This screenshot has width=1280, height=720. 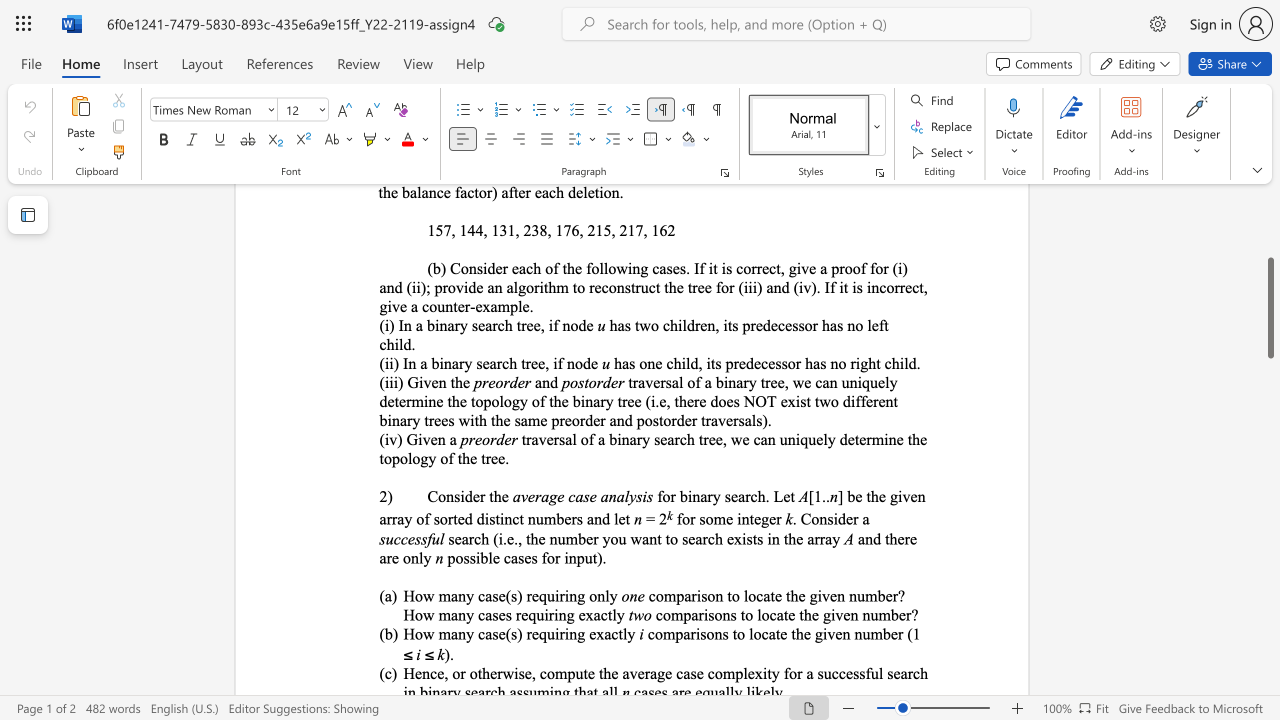 What do you see at coordinates (714, 401) in the screenshot?
I see `the 2th character "d" in the text` at bounding box center [714, 401].